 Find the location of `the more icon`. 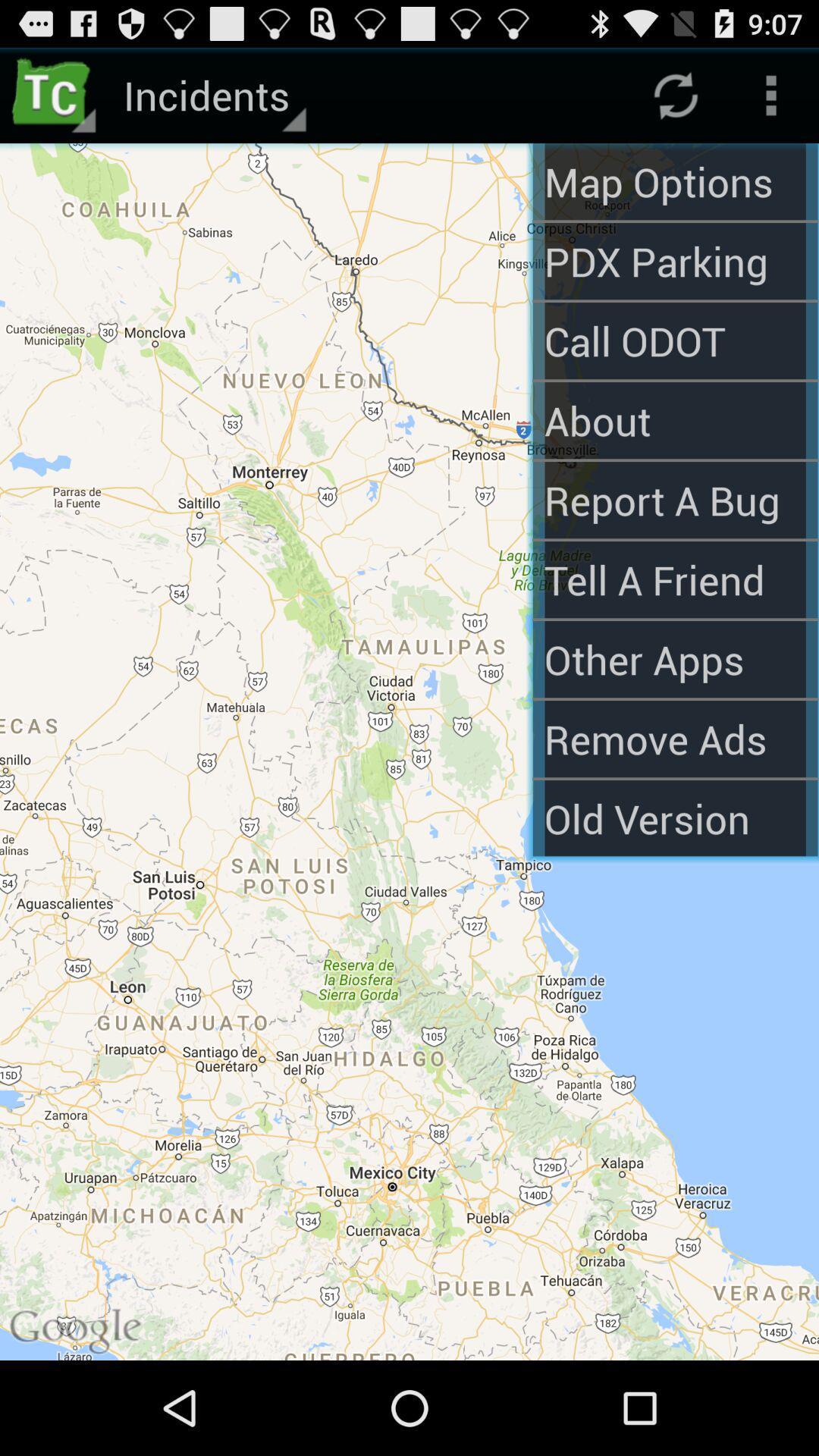

the more icon is located at coordinates (771, 101).